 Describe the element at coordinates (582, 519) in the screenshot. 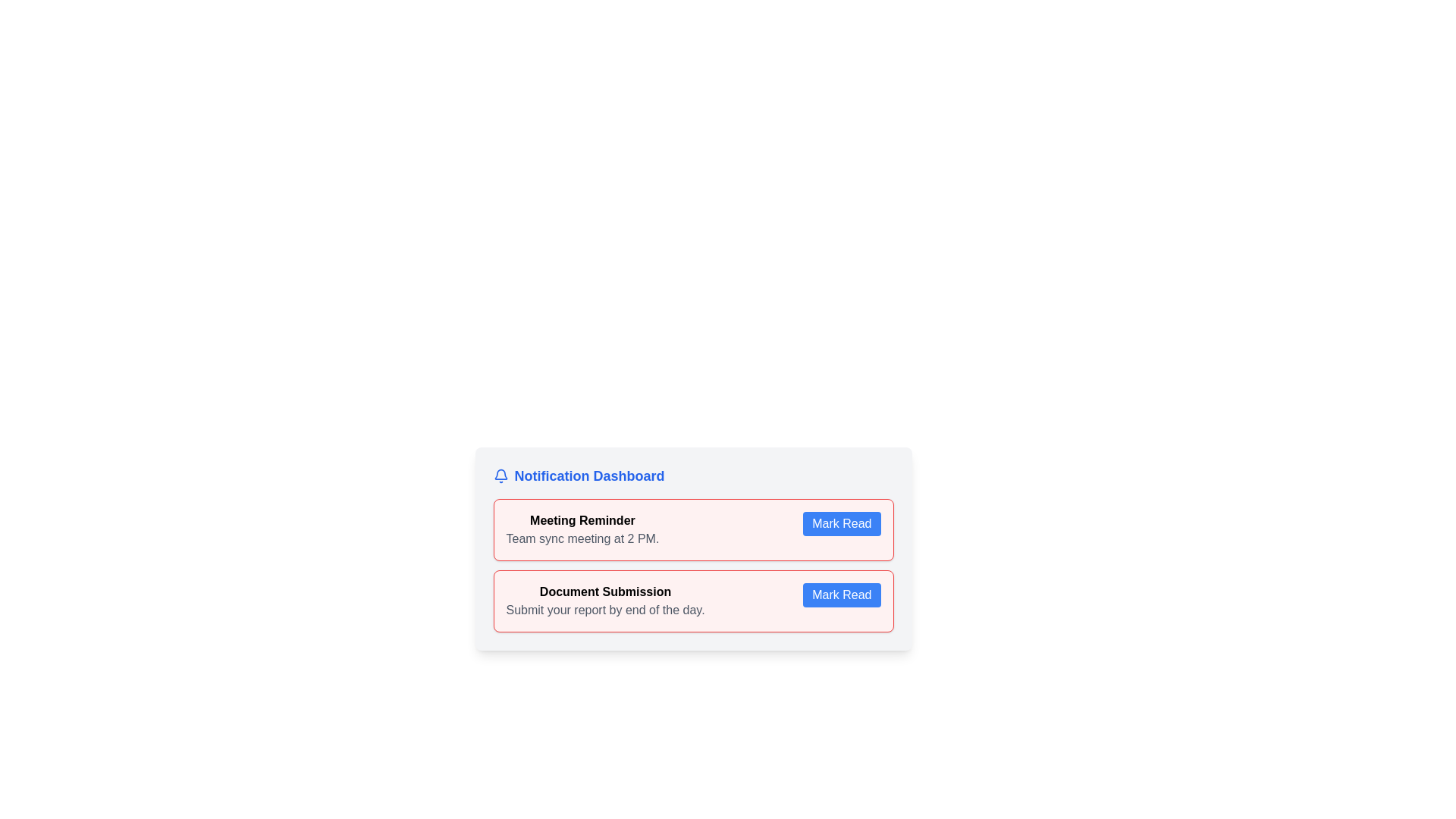

I see `text 'Meeting Reminder' from the bolded text label located in the notification card above the subtext 'Team sync meeting at 2 PM.'` at that location.